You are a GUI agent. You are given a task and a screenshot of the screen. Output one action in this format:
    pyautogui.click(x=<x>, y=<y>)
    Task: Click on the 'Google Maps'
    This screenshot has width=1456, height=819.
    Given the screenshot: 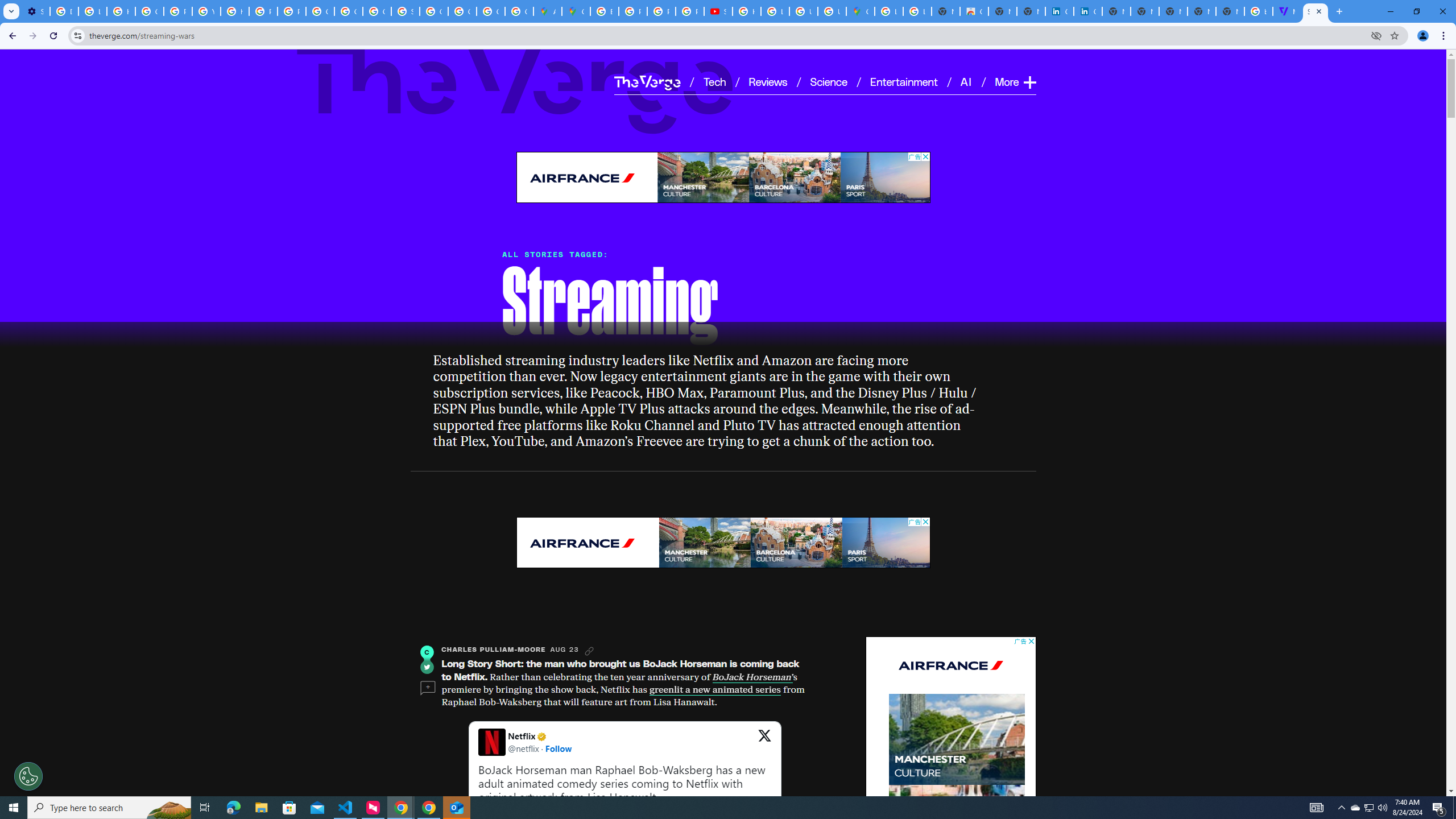 What is the action you would take?
    pyautogui.click(x=575, y=11)
    